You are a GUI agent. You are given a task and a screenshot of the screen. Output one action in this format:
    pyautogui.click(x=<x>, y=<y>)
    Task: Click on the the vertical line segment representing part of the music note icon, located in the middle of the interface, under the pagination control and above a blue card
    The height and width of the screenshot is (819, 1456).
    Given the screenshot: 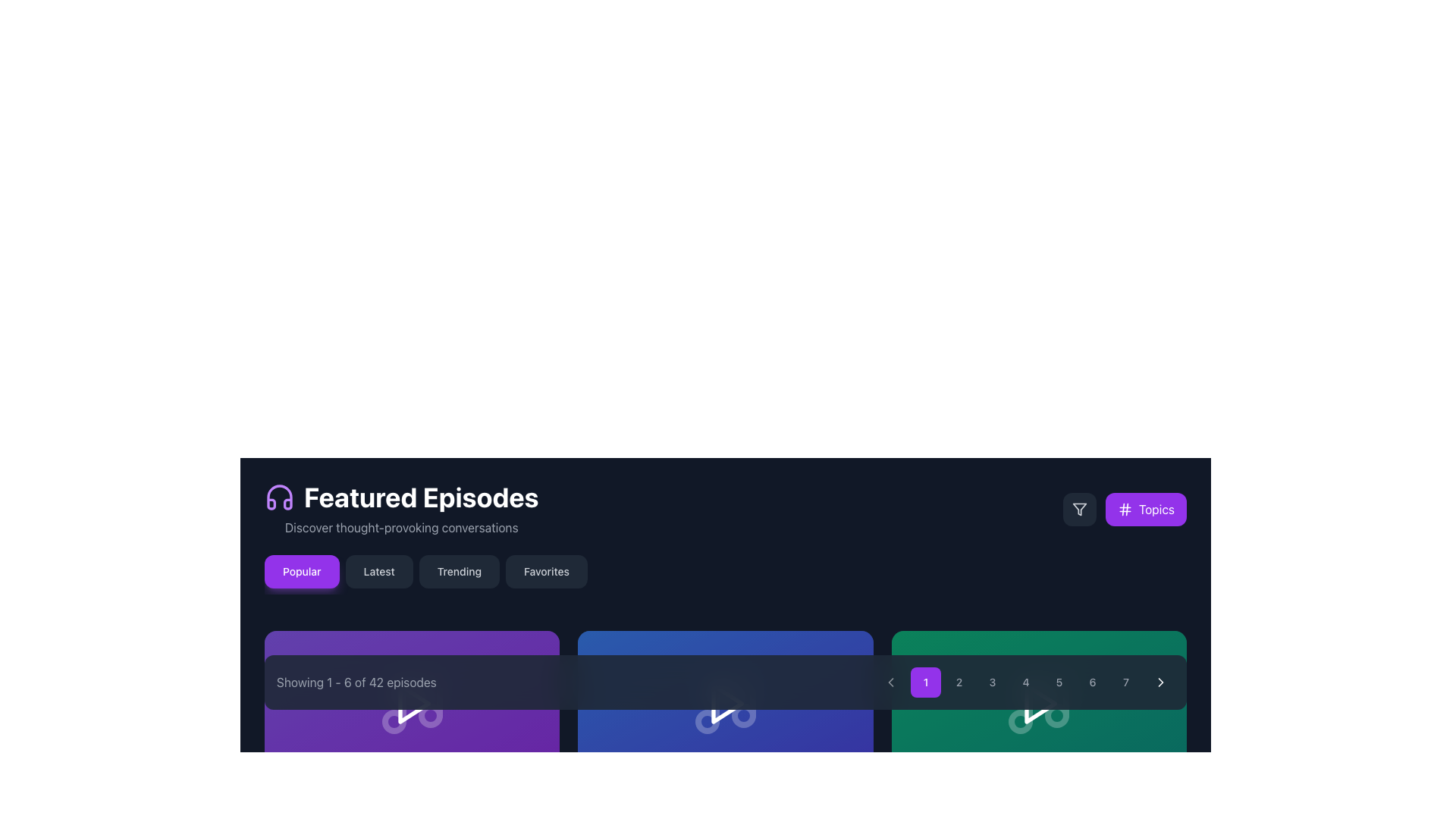 What is the action you would take?
    pyautogui.click(x=735, y=698)
    